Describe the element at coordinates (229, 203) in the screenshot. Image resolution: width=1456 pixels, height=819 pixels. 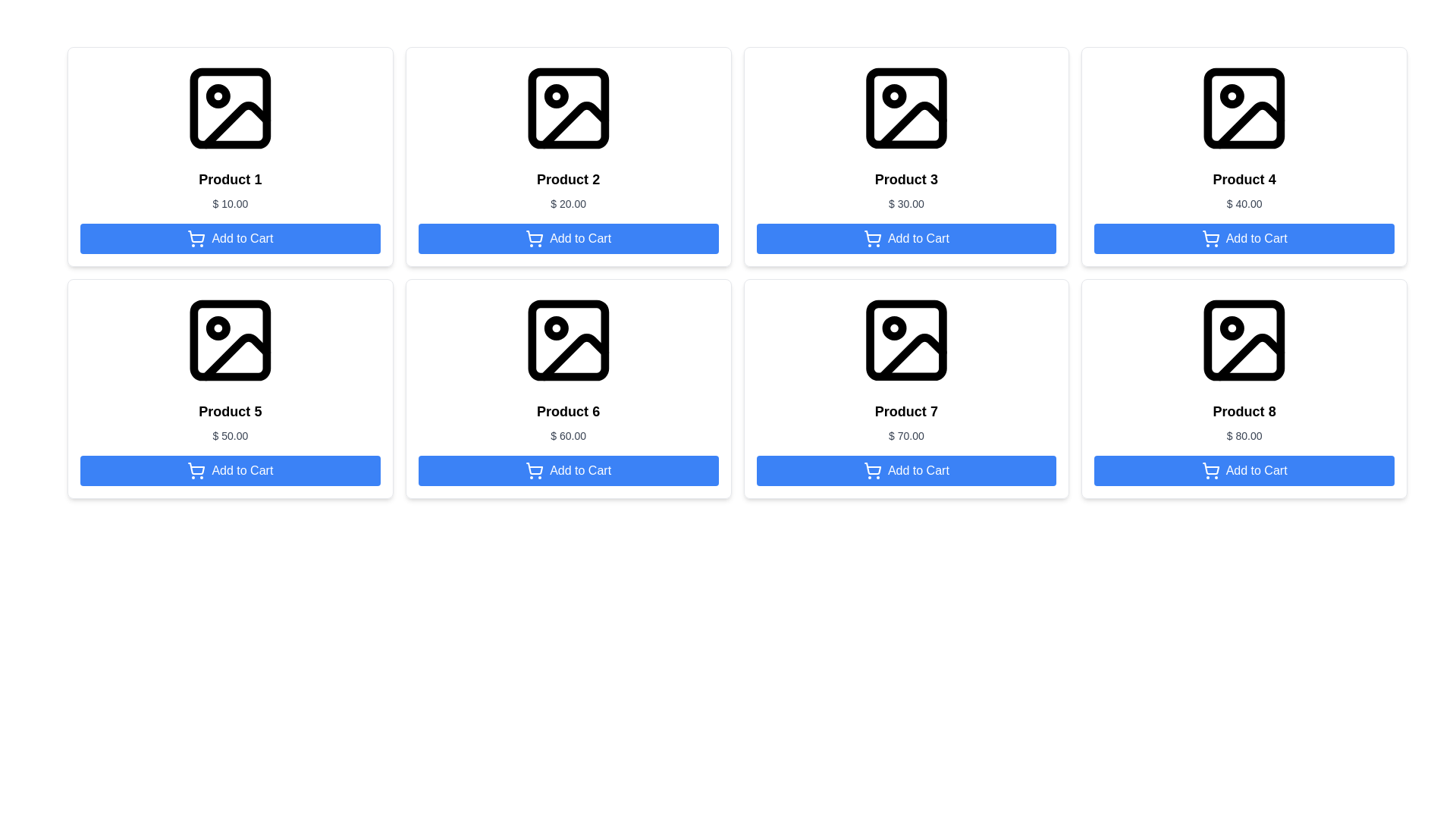
I see `price information displayed as '$ 10.00' located under the title 'Product 1' and above the 'Add to Cart' button in the first product card` at that location.